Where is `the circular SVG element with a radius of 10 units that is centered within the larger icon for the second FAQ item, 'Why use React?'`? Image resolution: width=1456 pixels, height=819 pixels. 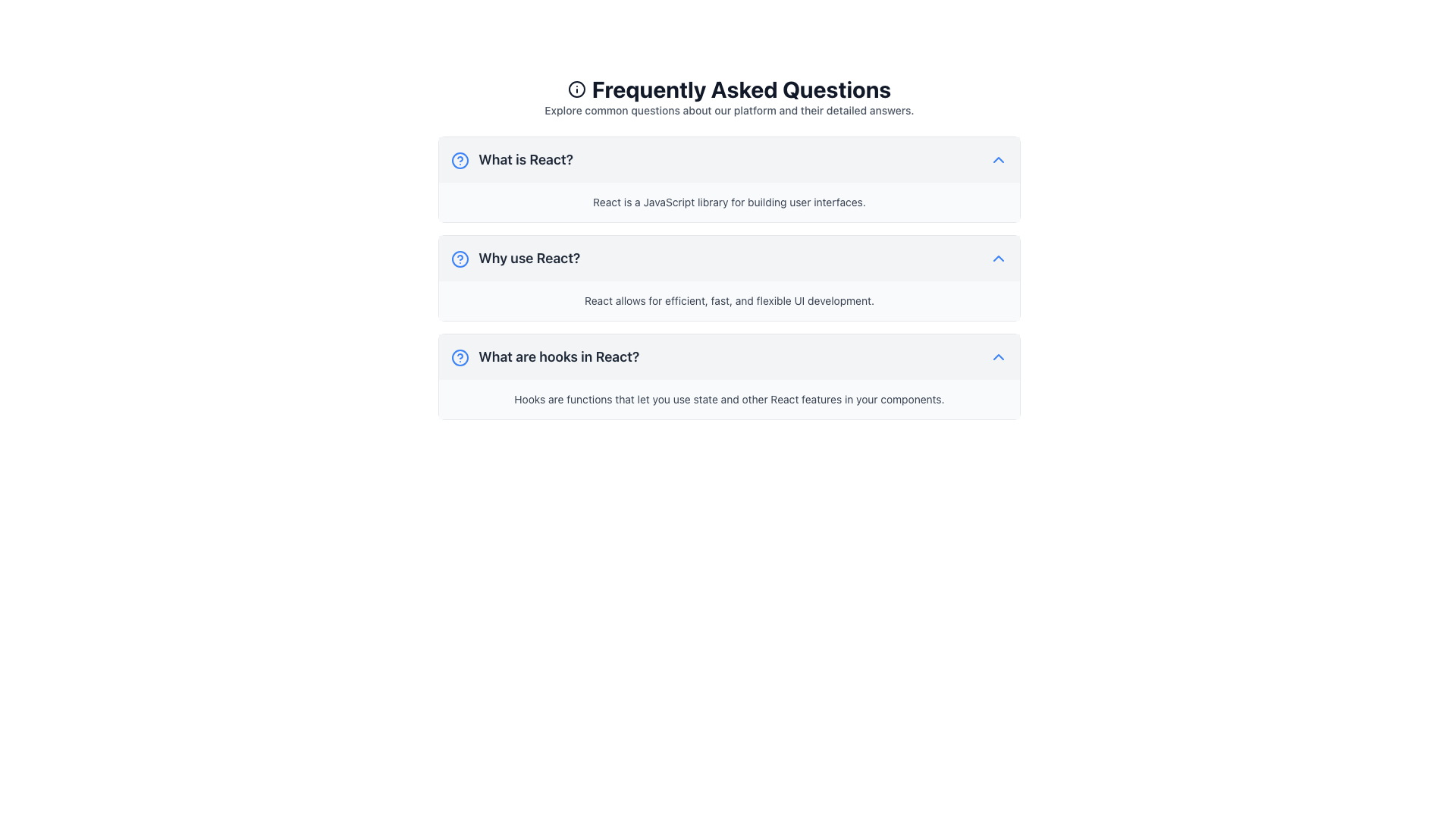
the circular SVG element with a radius of 10 units that is centered within the larger icon for the second FAQ item, 'Why use React?' is located at coordinates (459, 259).